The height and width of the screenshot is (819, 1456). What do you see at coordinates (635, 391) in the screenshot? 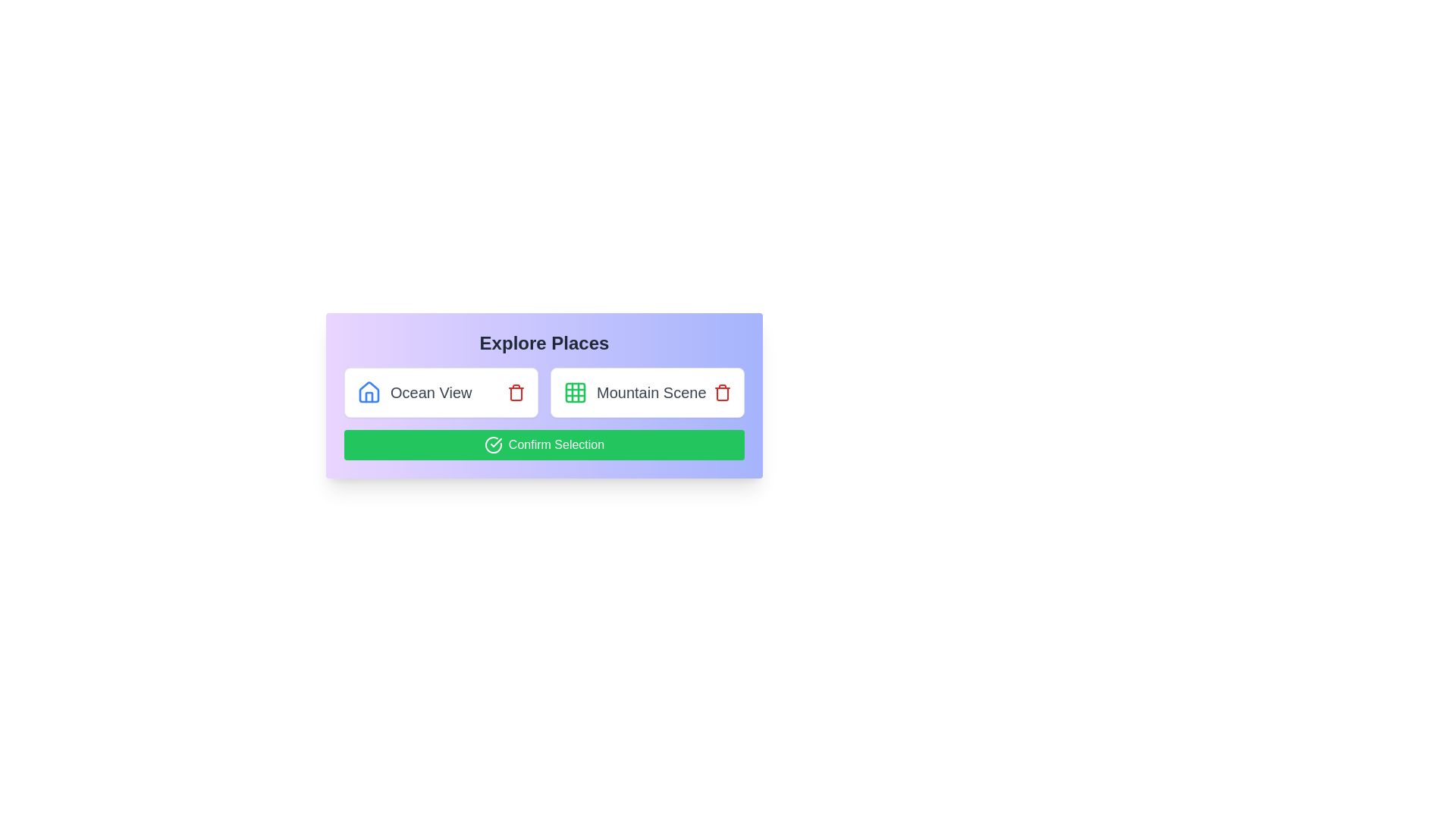
I see `the 'Mountain Scene' label with the grid layout icon` at bounding box center [635, 391].